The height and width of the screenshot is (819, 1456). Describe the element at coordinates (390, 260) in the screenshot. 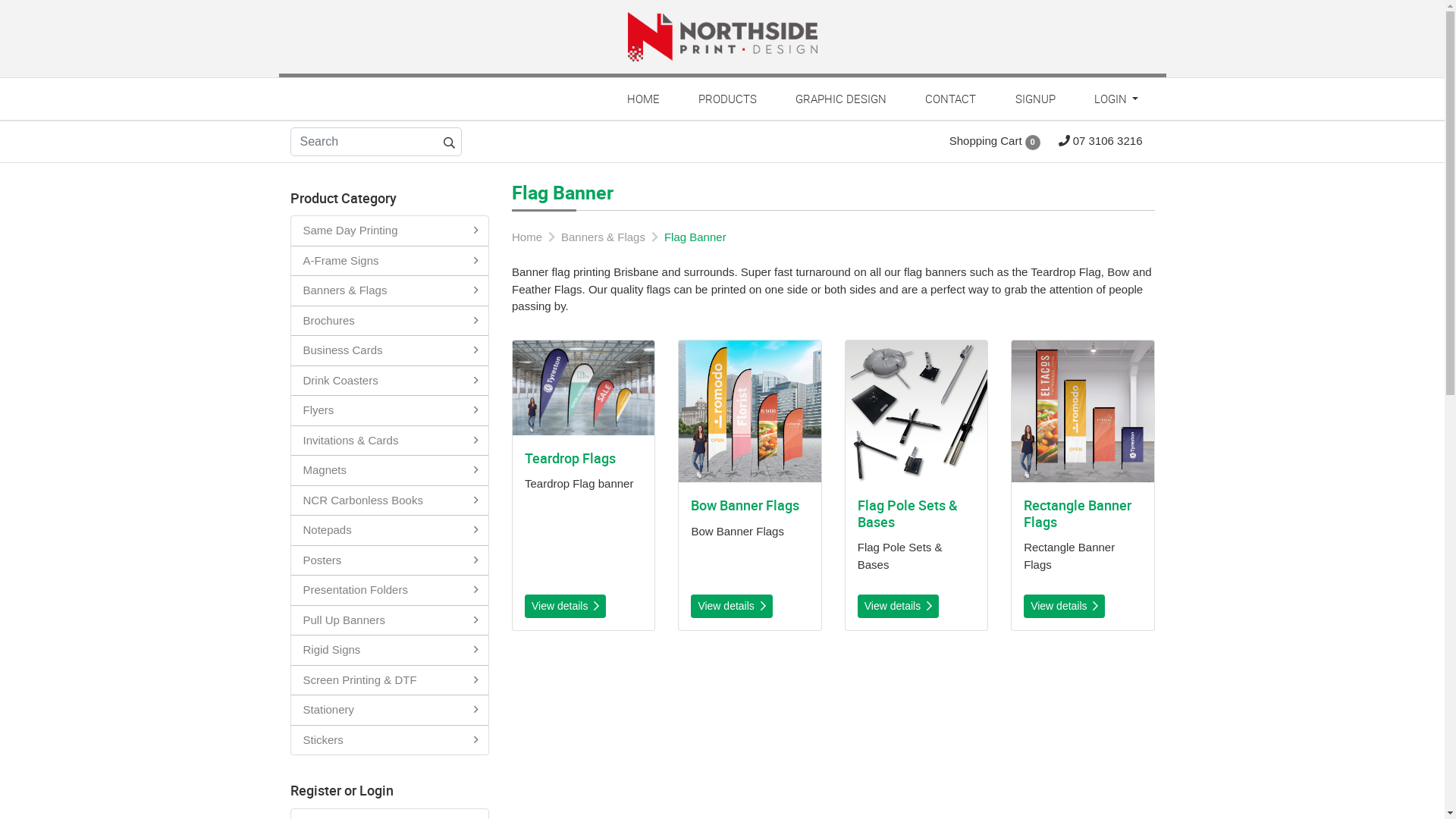

I see `'A-Frame Signs'` at that location.